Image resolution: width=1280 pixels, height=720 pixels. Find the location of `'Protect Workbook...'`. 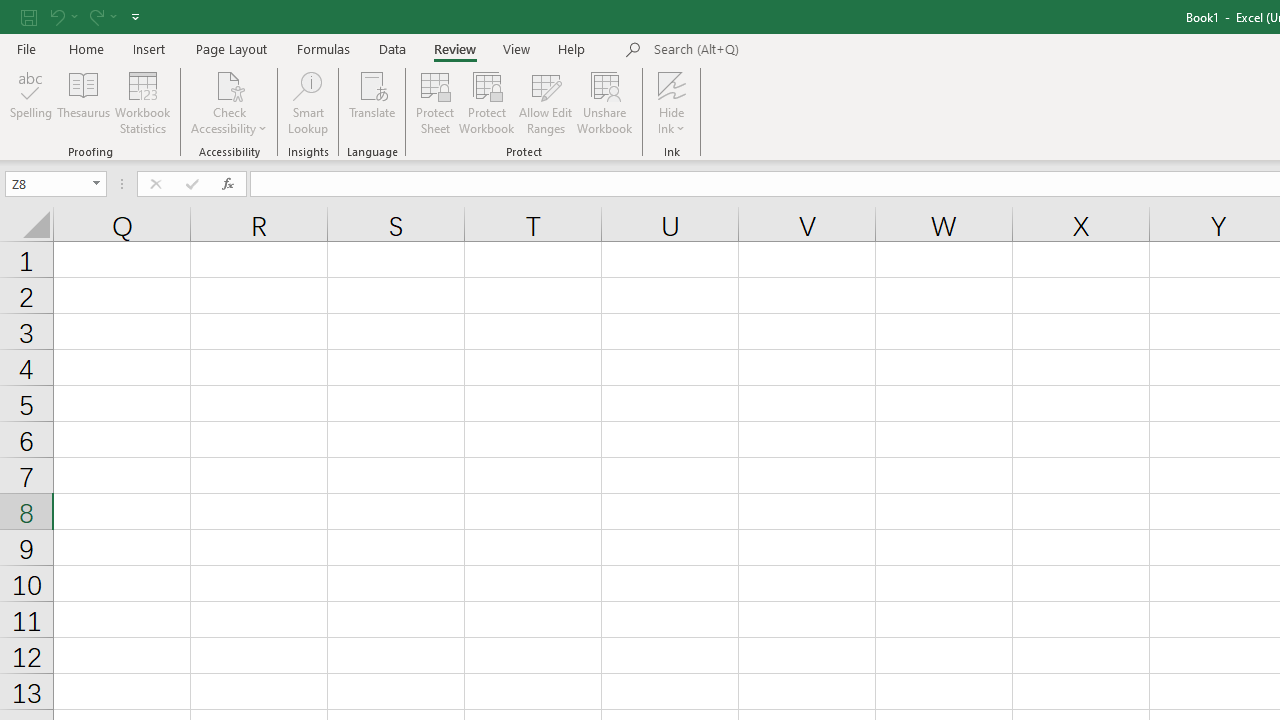

'Protect Workbook...' is located at coordinates (487, 103).